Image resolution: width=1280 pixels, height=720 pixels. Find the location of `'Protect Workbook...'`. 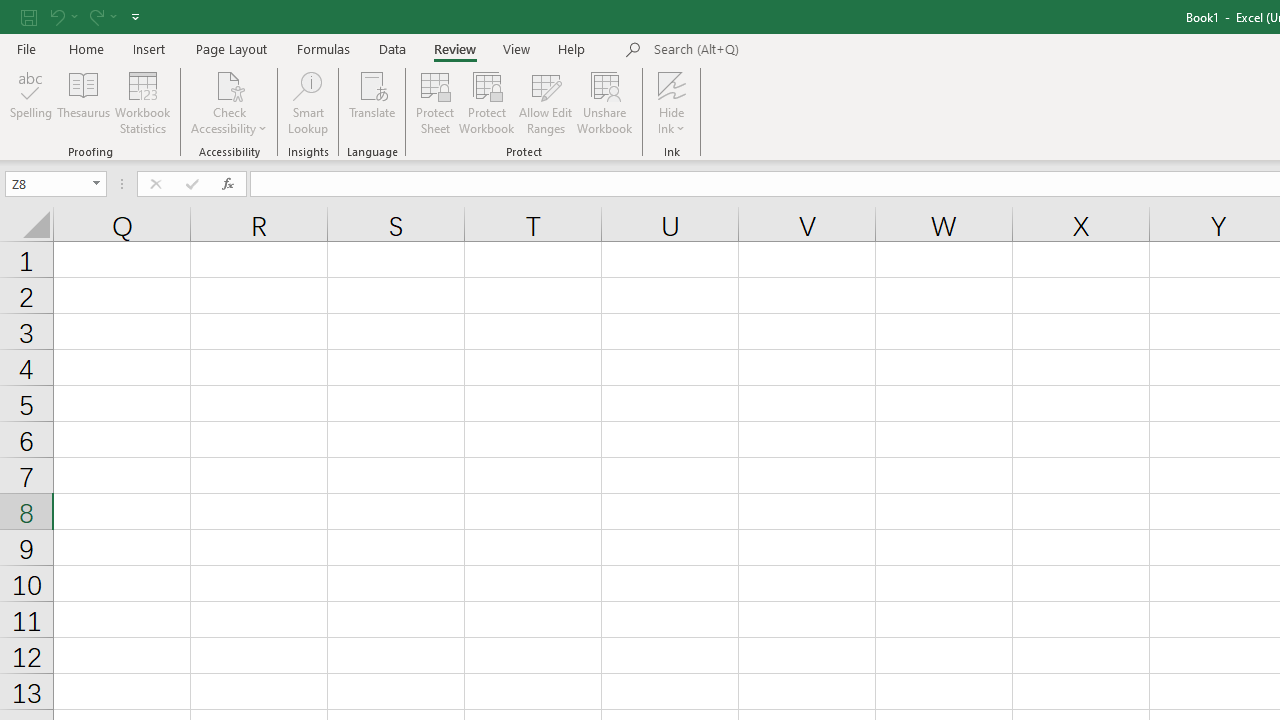

'Protect Workbook...' is located at coordinates (487, 103).